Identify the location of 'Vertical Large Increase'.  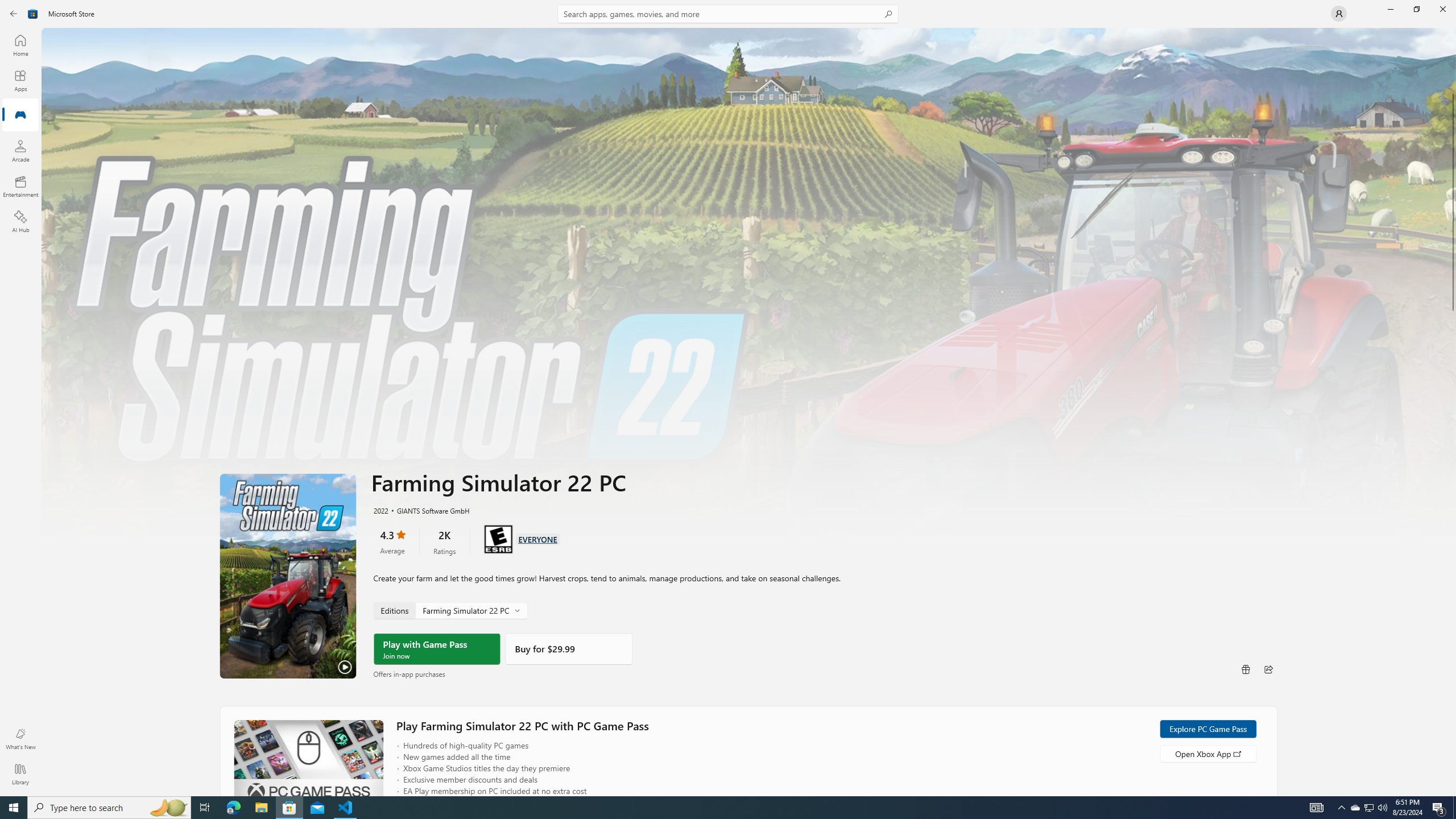
(1451, 549).